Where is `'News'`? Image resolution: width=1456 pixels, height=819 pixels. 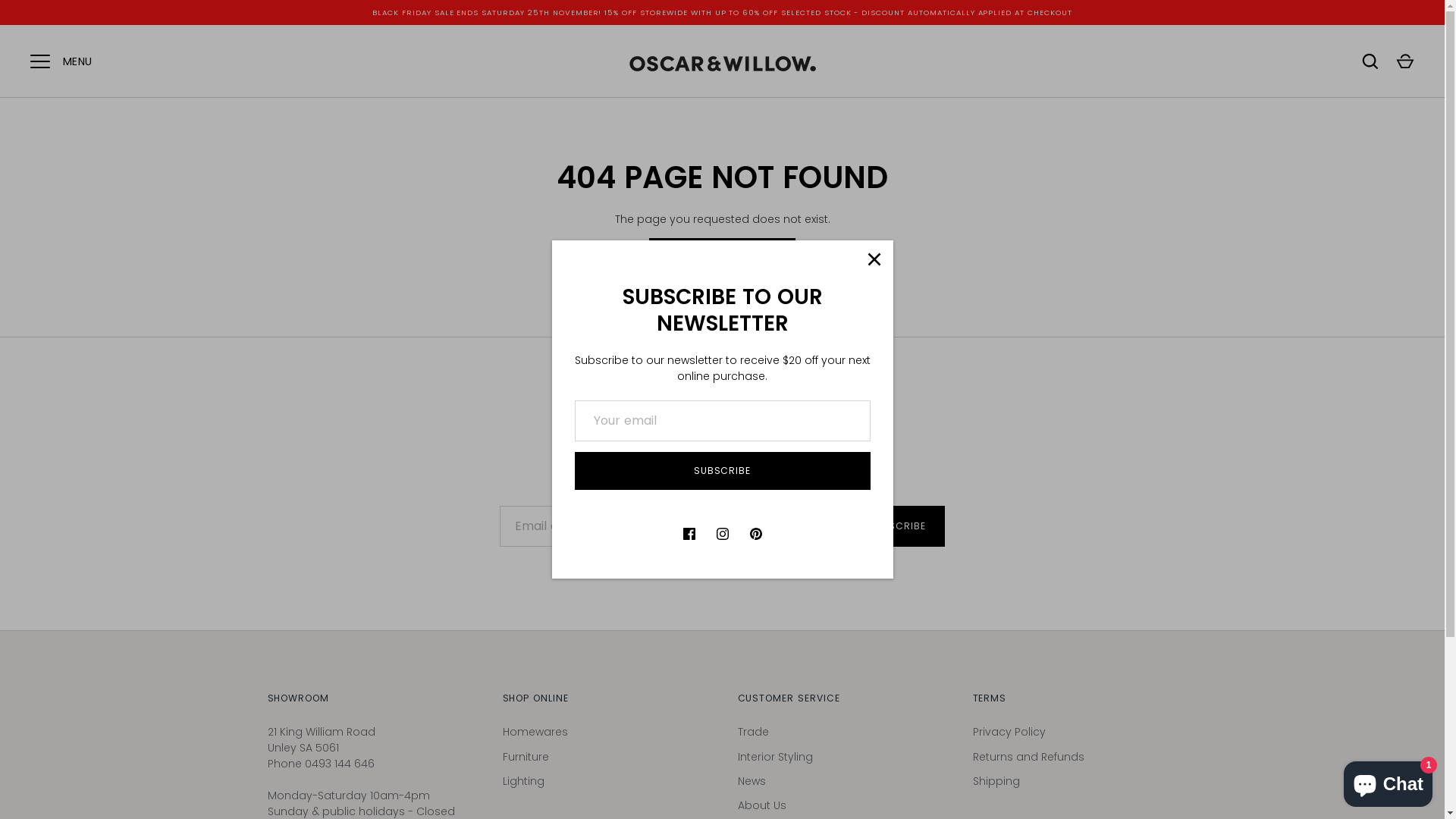
'News' is located at coordinates (751, 780).